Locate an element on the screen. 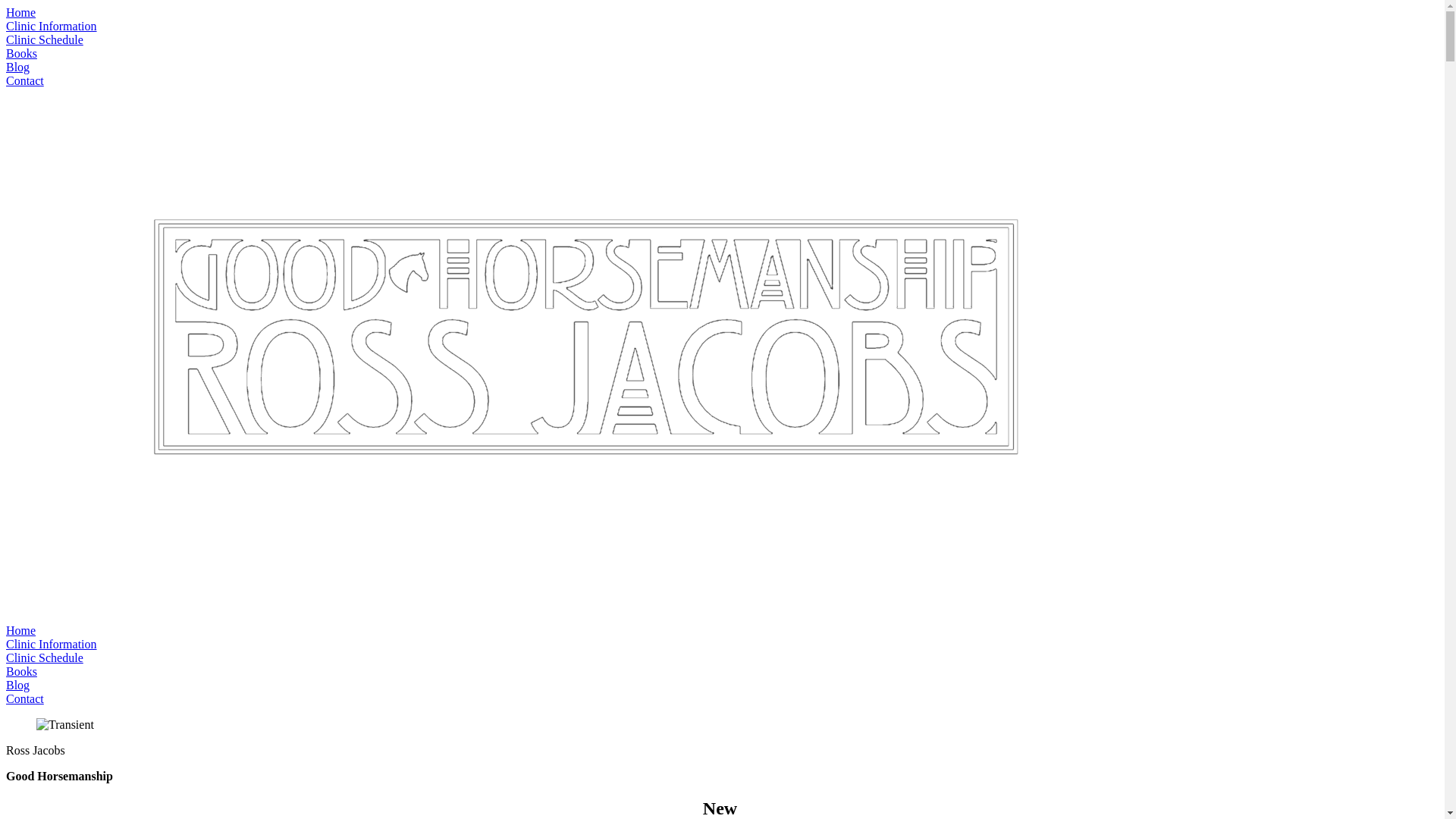 The height and width of the screenshot is (819, 1456). 'Clinic Information' is located at coordinates (6, 26).